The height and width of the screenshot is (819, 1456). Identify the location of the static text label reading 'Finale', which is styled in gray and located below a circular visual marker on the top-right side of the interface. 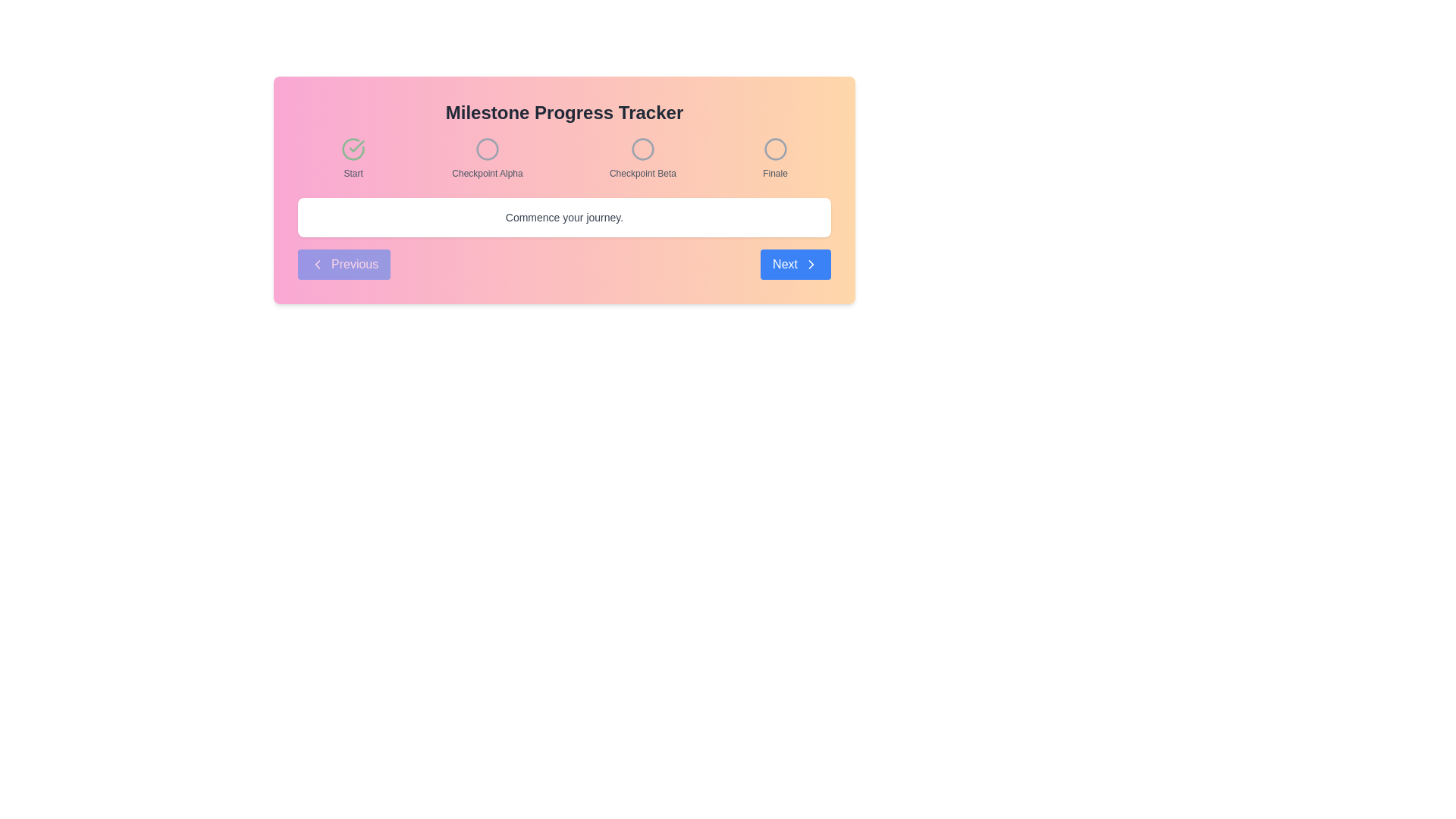
(775, 172).